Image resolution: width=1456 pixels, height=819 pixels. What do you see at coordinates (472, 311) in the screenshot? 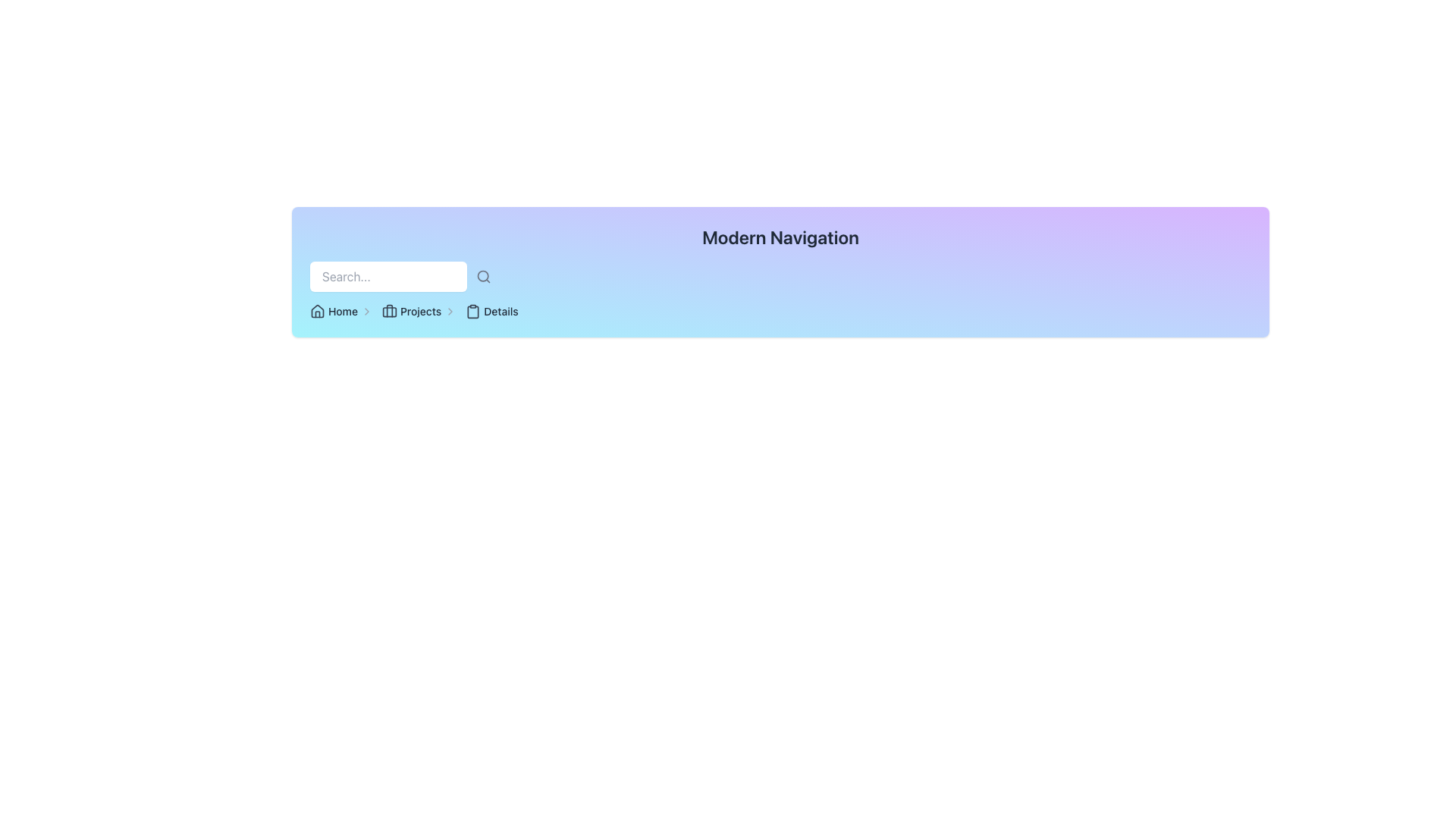
I see `the clipboard icon` at bounding box center [472, 311].